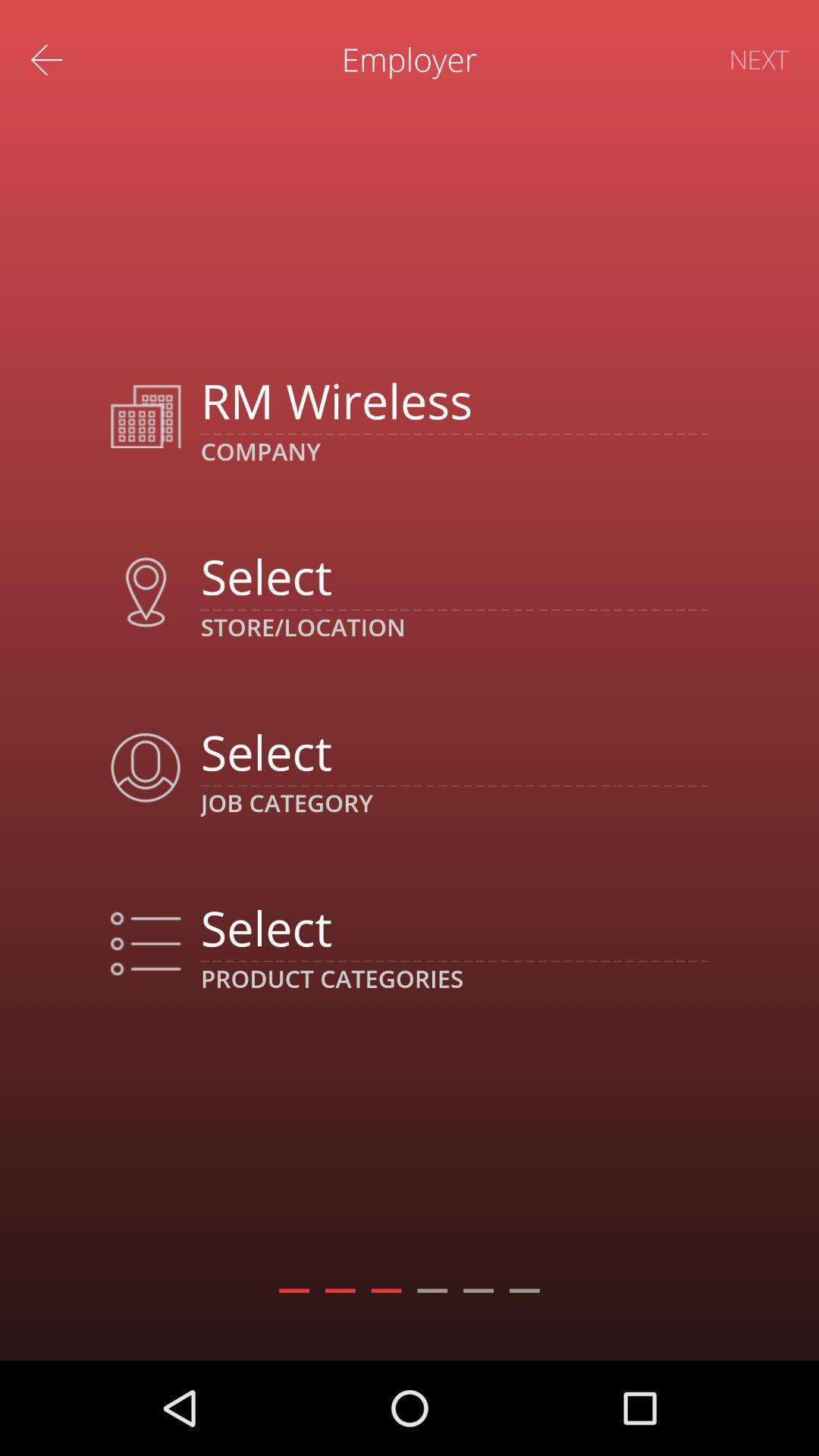 The image size is (819, 1456). I want to click on job category, so click(453, 752).